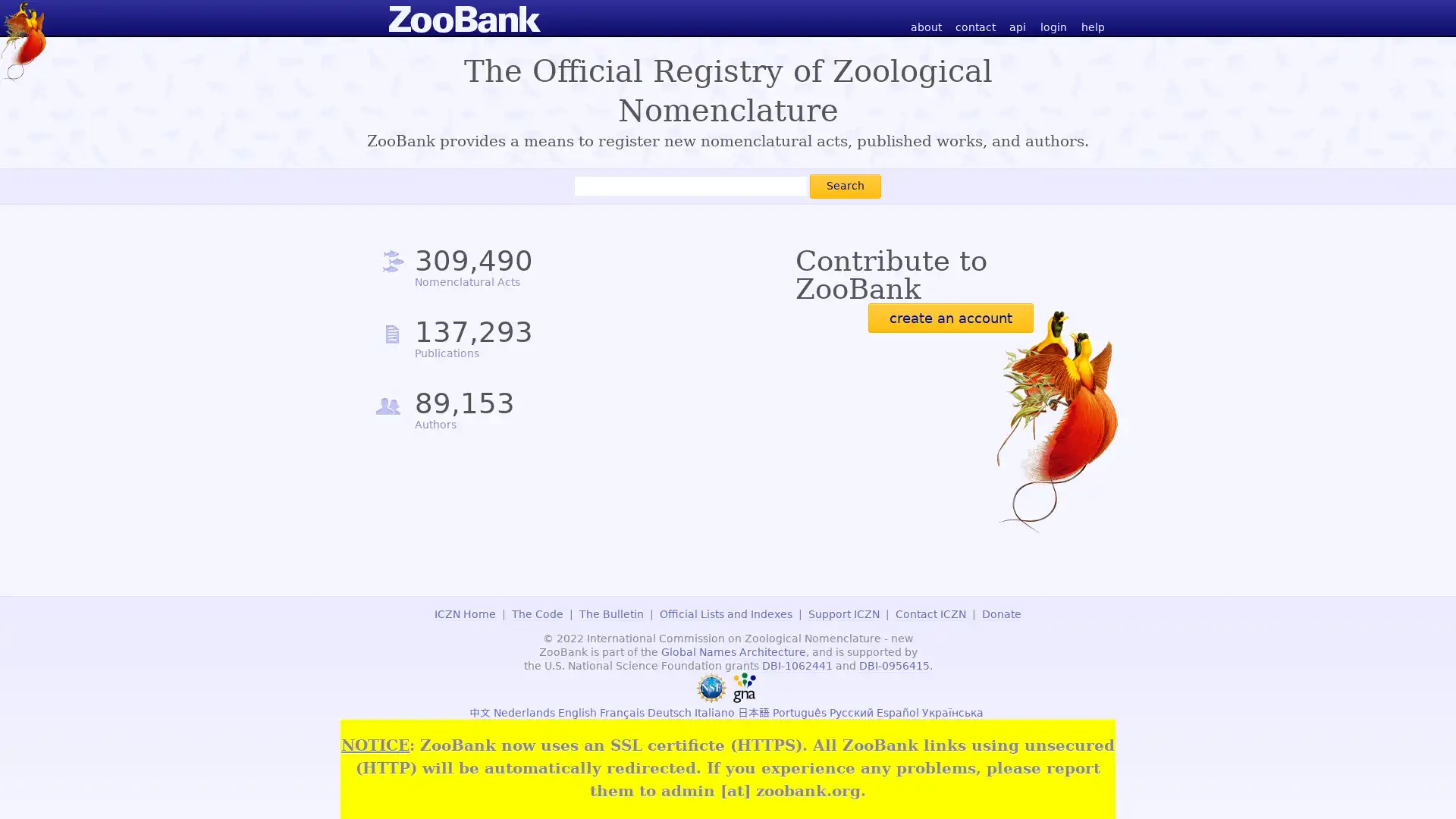  Describe the element at coordinates (844, 185) in the screenshot. I see `Search` at that location.